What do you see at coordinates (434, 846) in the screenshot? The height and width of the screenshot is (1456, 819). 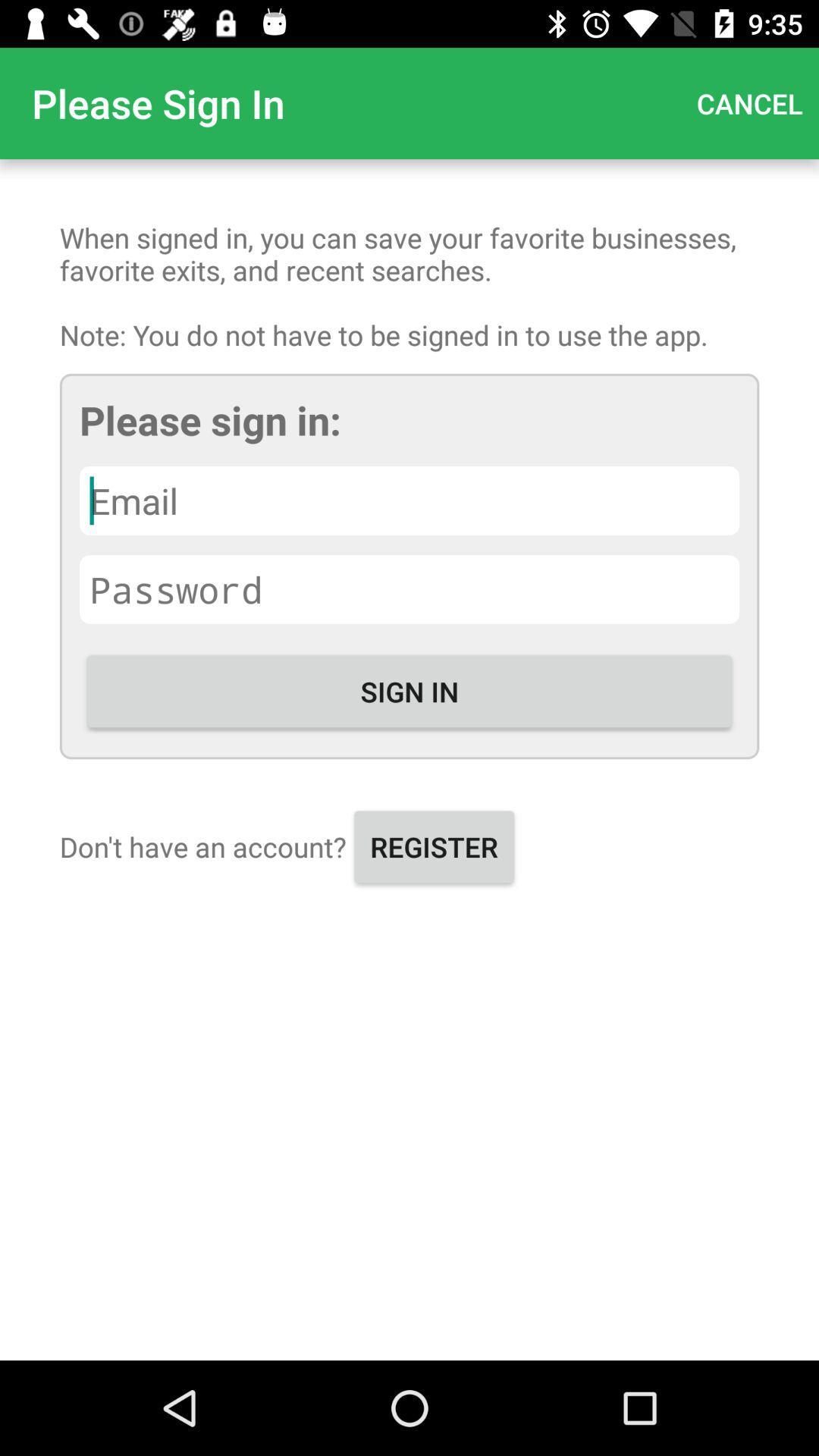 I see `item to the right of don t have icon` at bounding box center [434, 846].